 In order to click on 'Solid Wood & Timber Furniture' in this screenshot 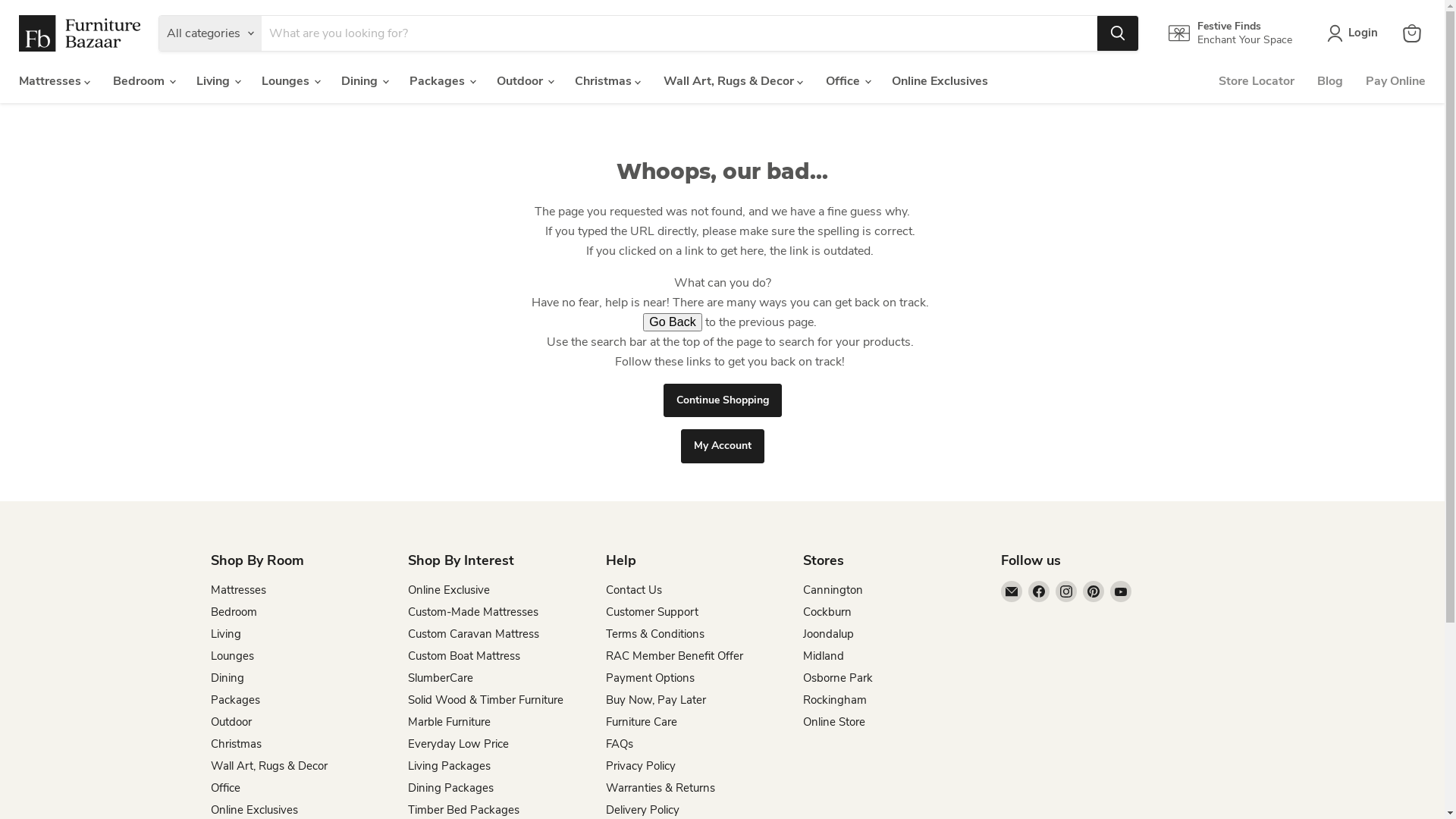, I will do `click(485, 699)`.